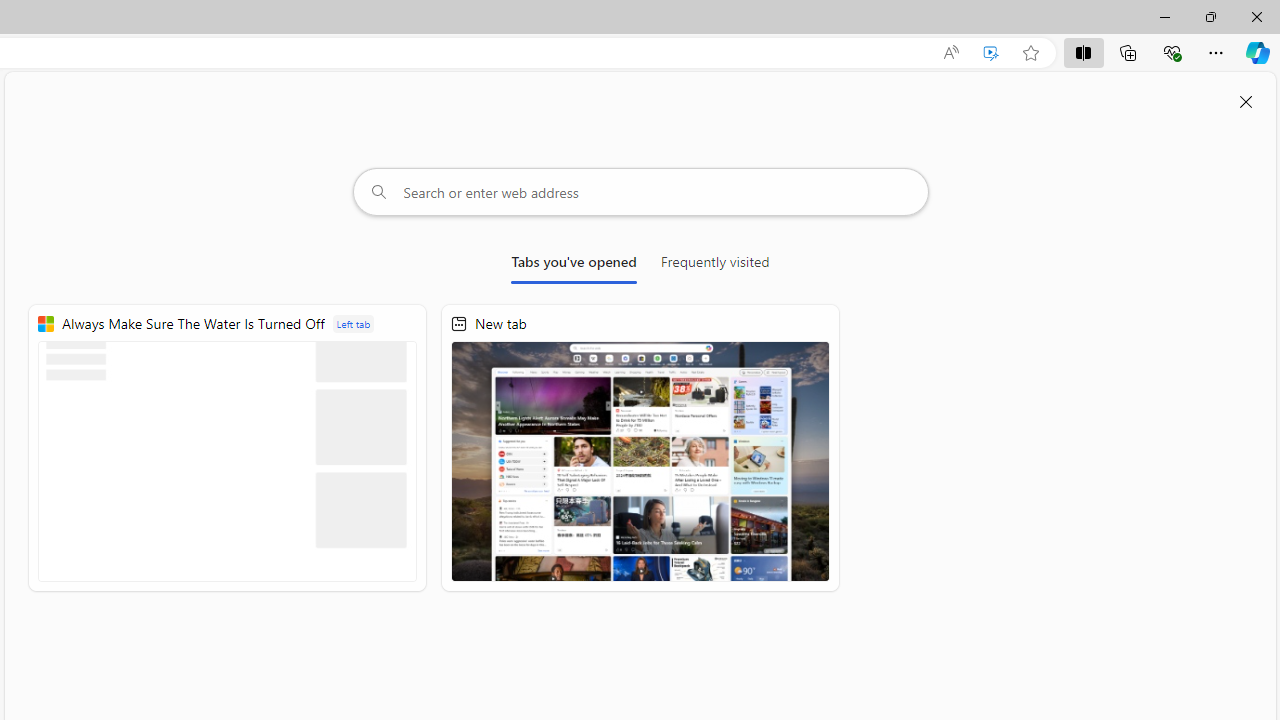 The image size is (1280, 720). What do you see at coordinates (227, 447) in the screenshot?
I see `'Always Make Sure The Water Is Turned Off'` at bounding box center [227, 447].